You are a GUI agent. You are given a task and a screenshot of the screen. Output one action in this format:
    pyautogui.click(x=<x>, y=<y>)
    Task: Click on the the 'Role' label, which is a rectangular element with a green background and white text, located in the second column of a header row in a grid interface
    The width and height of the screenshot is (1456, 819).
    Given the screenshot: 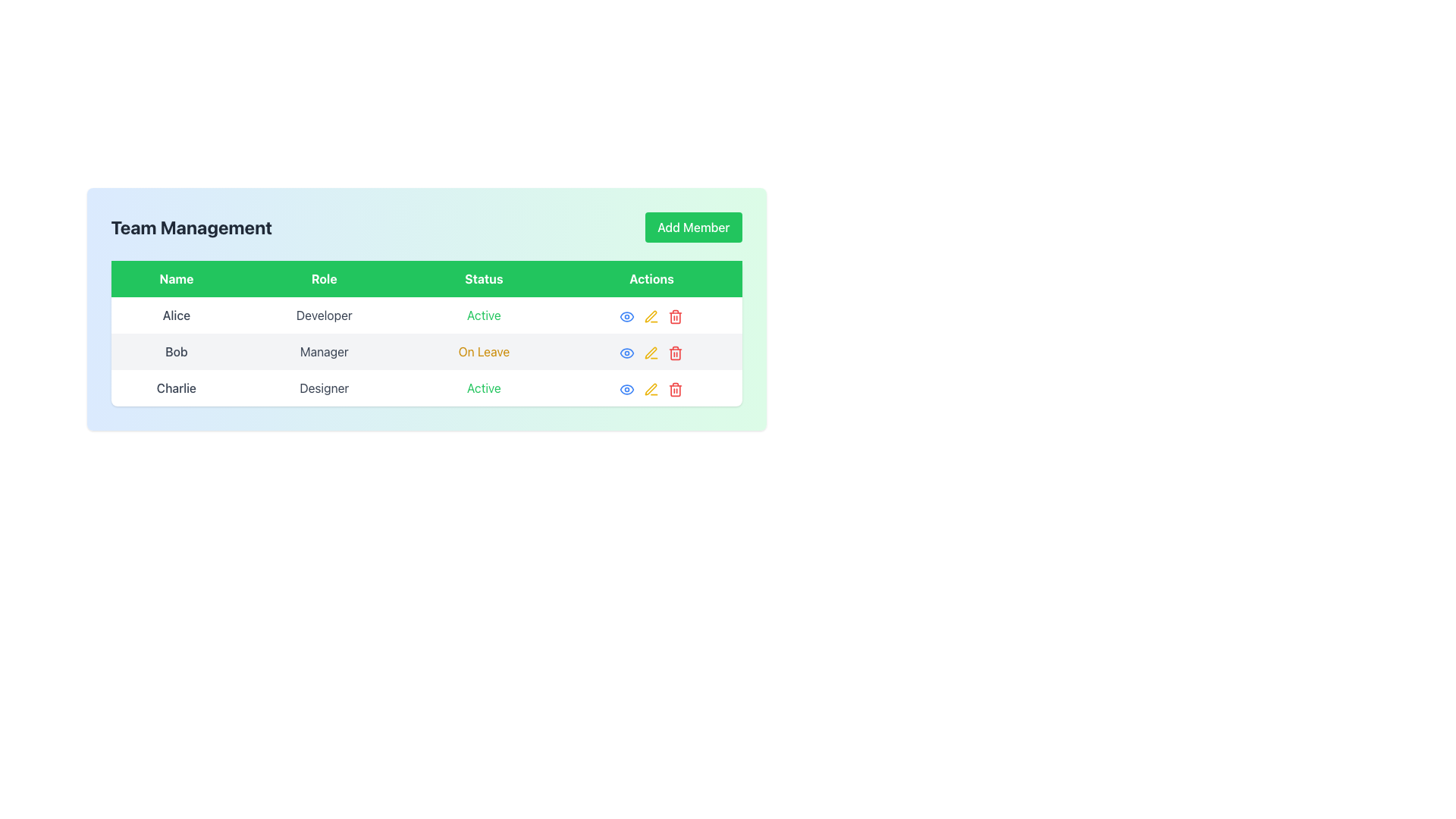 What is the action you would take?
    pyautogui.click(x=323, y=278)
    